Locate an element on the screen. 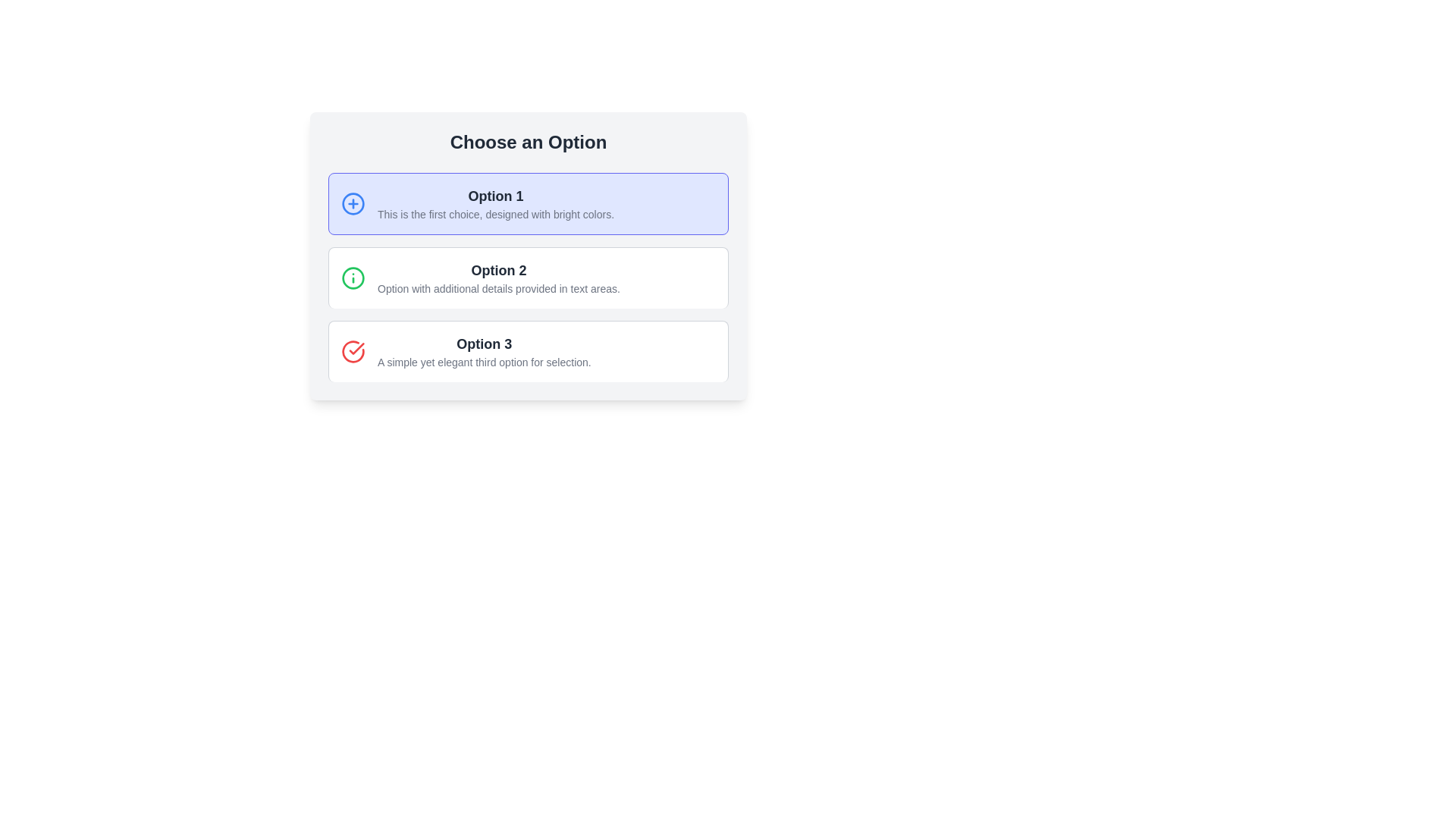  the circular icon with a centered plus symbol, which is the leftmost icon within the highlighted 'Option 1' block is located at coordinates (352, 203).